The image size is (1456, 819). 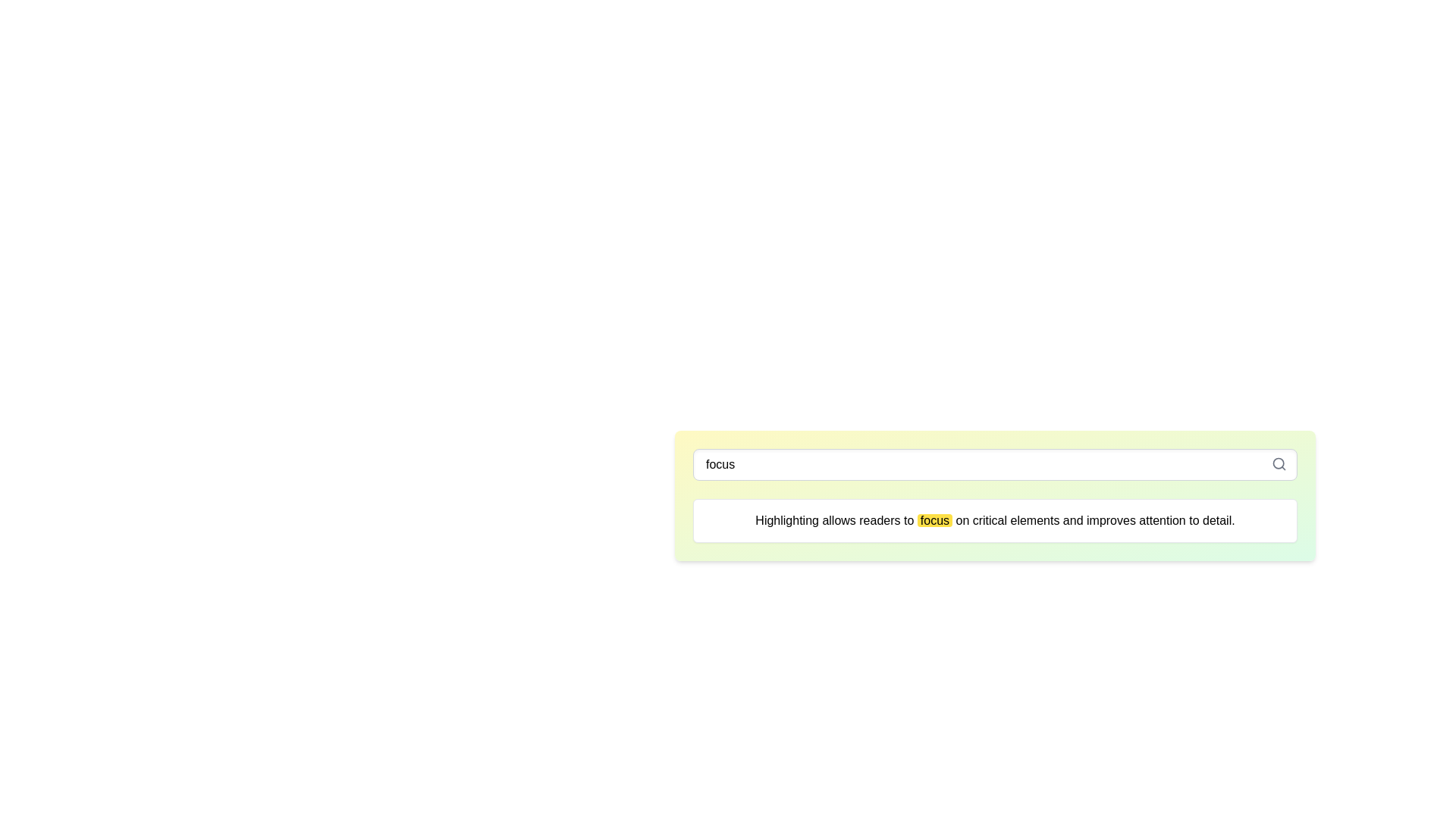 What do you see at coordinates (854, 519) in the screenshot?
I see `the informational text explaining the benefits of highlighting, located in the lower central section of the application within a white, rounded rectangle` at bounding box center [854, 519].